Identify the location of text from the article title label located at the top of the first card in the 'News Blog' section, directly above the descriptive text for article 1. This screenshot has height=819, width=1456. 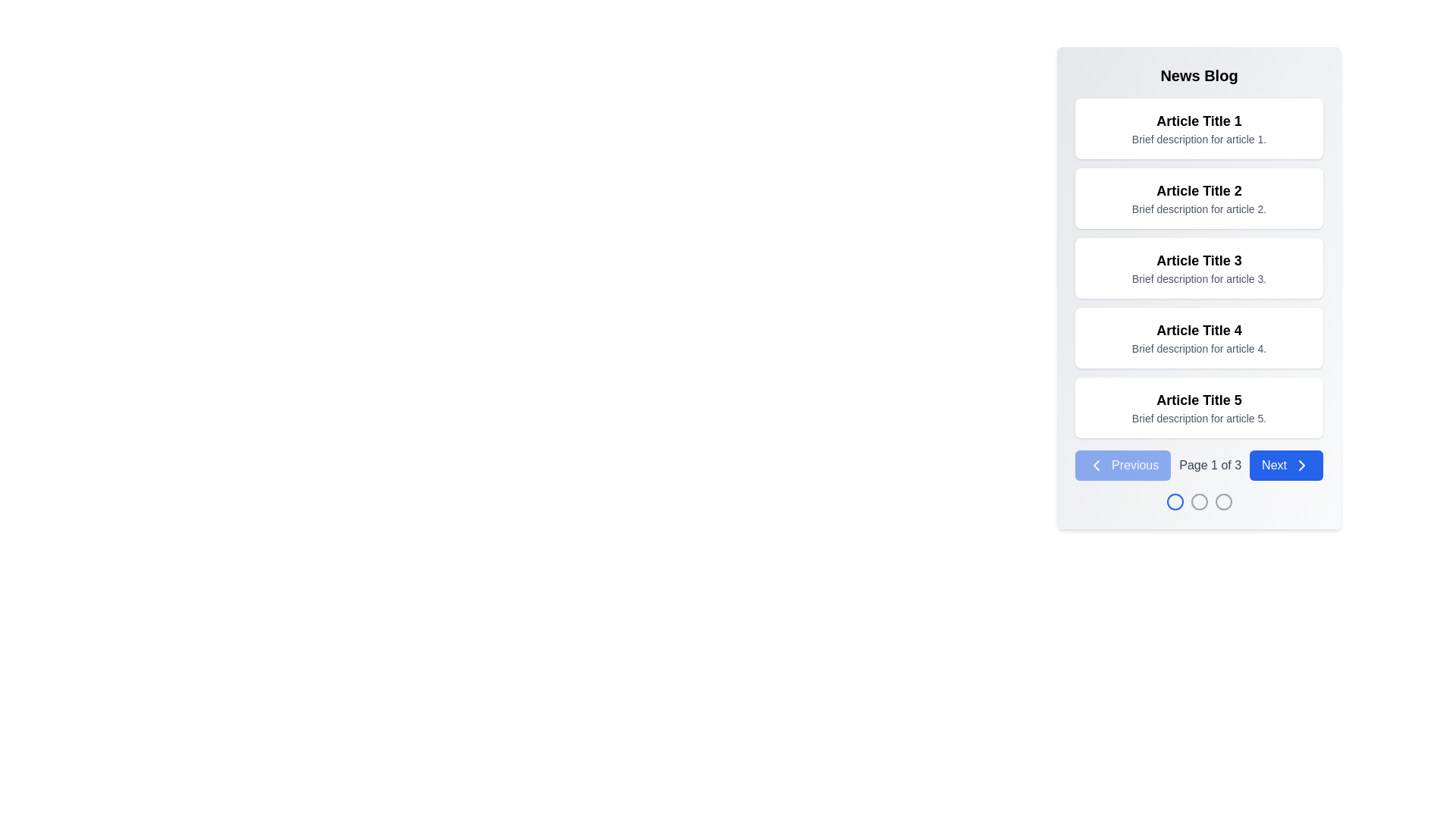
(1198, 120).